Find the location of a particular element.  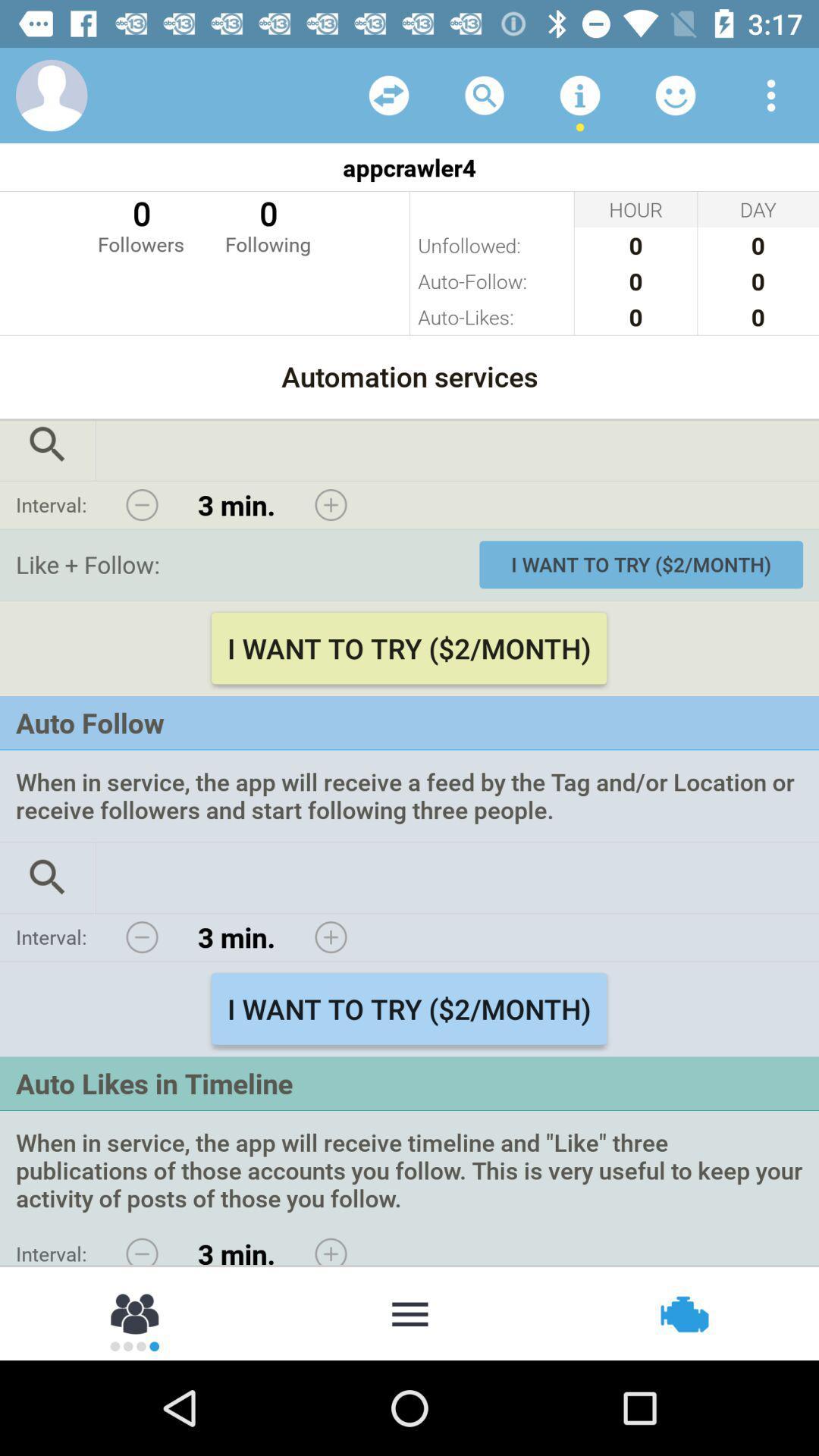

share with contacts is located at coordinates (135, 1312).